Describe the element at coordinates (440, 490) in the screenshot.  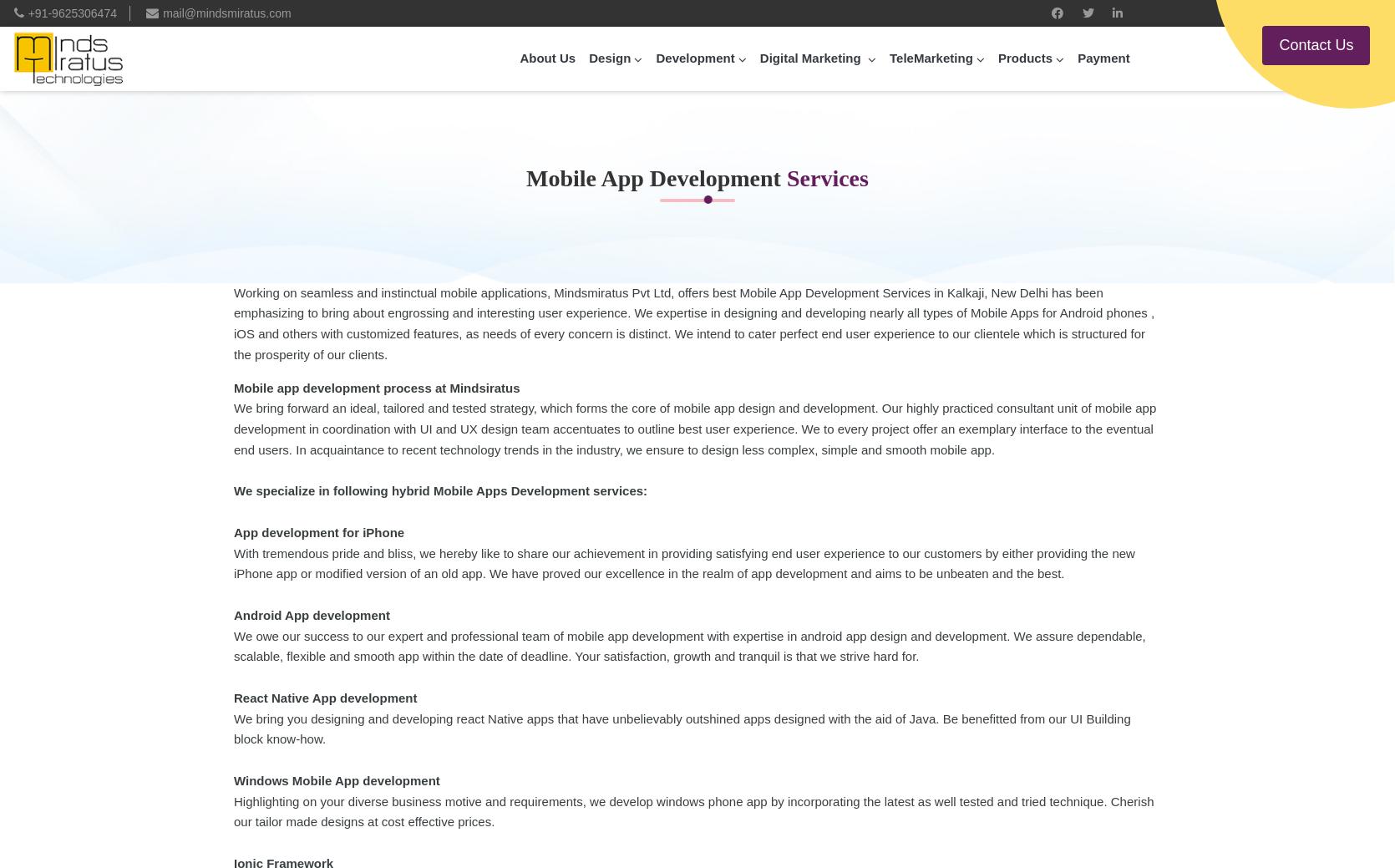
I see `'We specialize in following hybrid Mobile Apps Development services:'` at that location.